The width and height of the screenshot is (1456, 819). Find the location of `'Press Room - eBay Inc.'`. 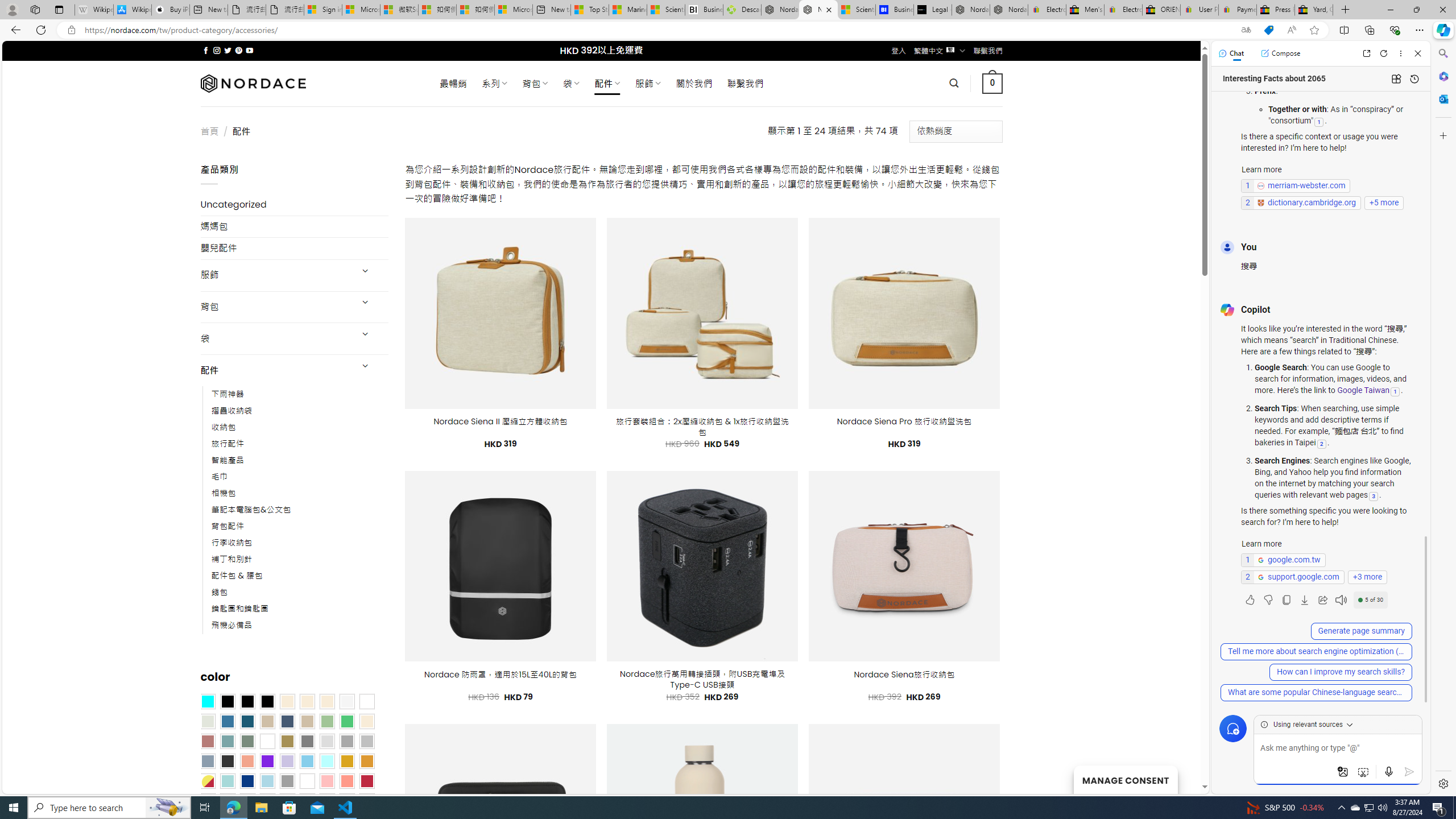

'Press Room - eBay Inc.' is located at coordinates (1275, 9).